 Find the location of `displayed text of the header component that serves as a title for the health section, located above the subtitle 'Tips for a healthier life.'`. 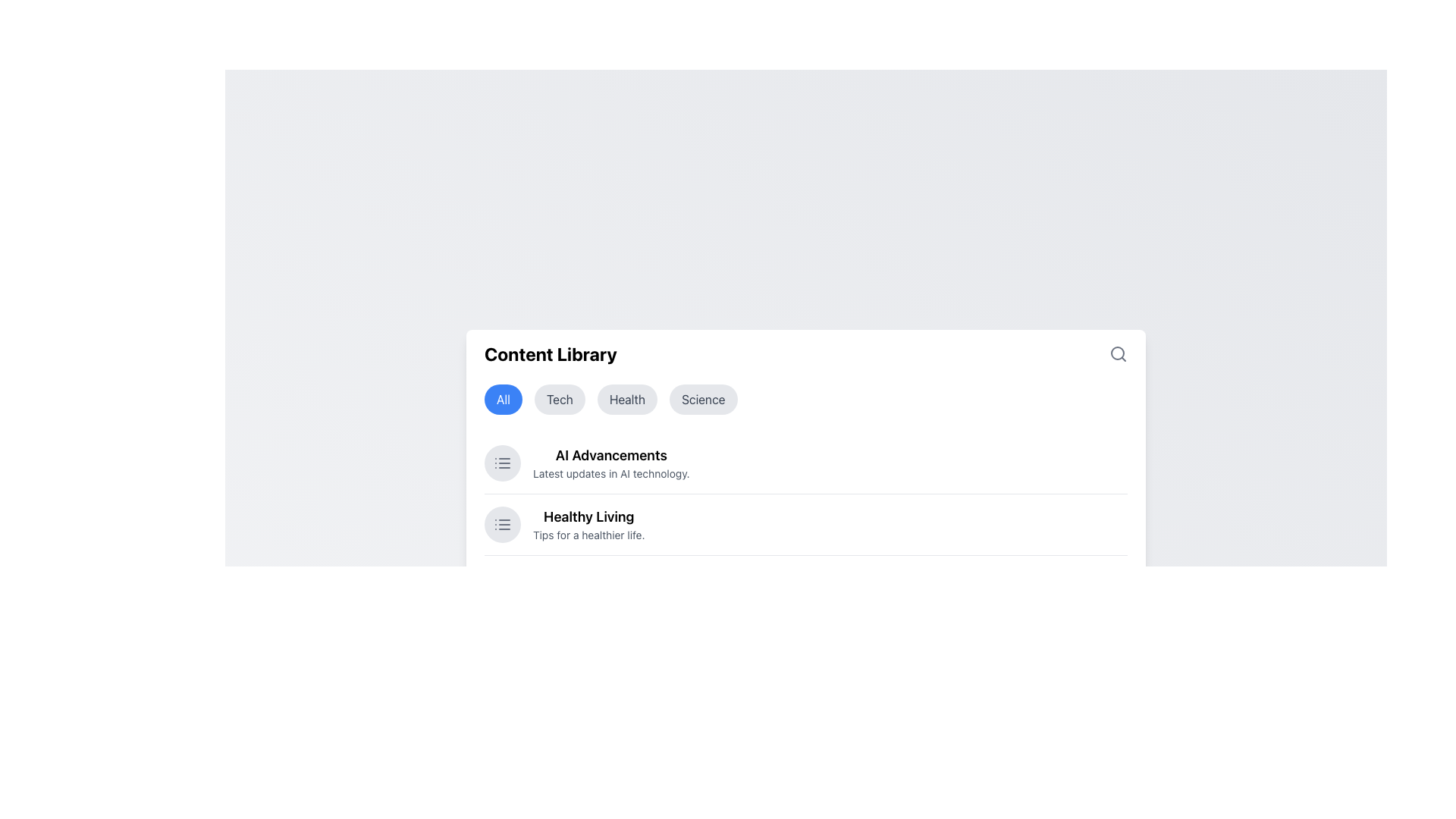

displayed text of the header component that serves as a title for the health section, located above the subtitle 'Tips for a healthier life.' is located at coordinates (588, 516).